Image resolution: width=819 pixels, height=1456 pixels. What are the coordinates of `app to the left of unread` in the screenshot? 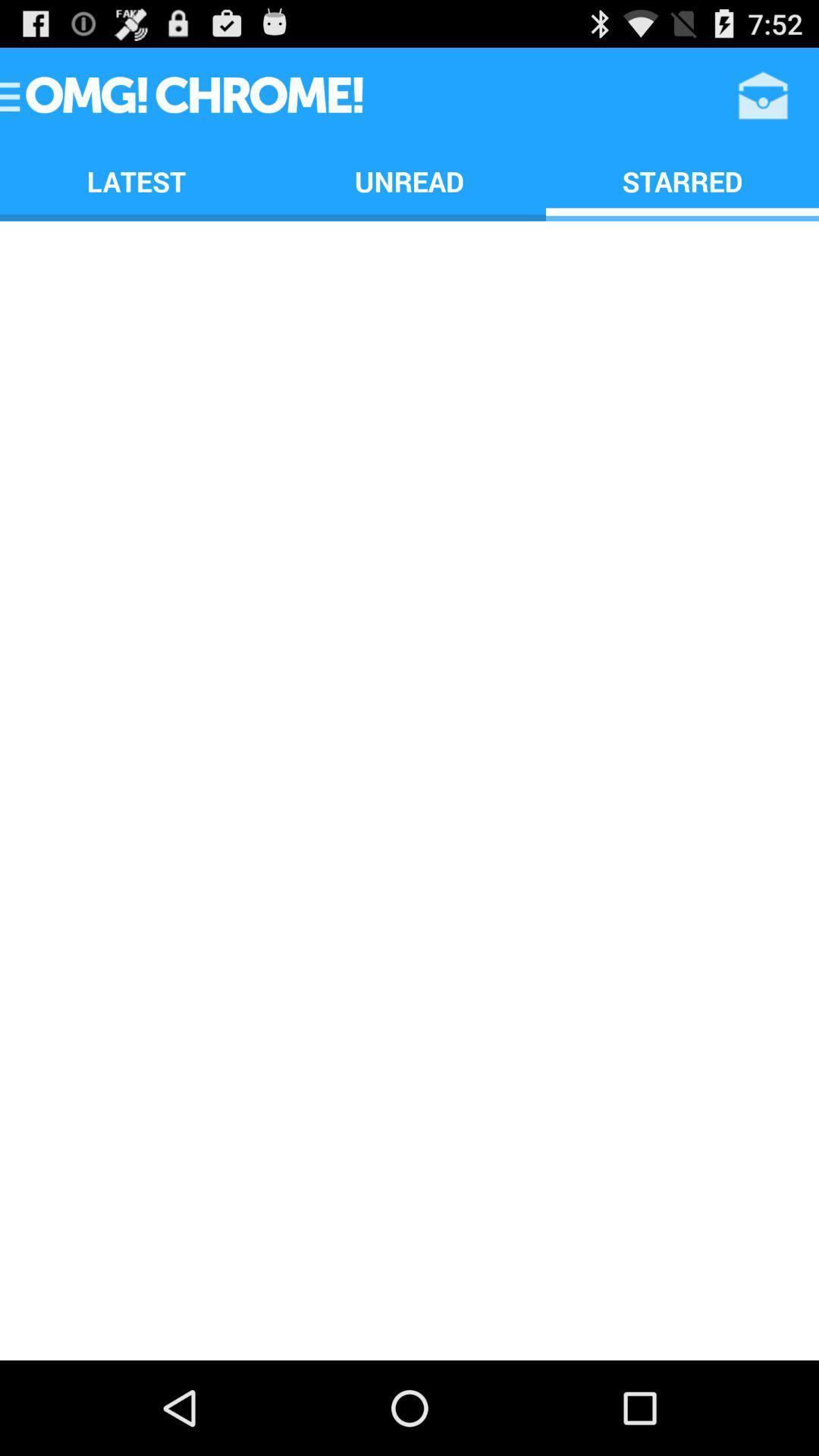 It's located at (136, 181).